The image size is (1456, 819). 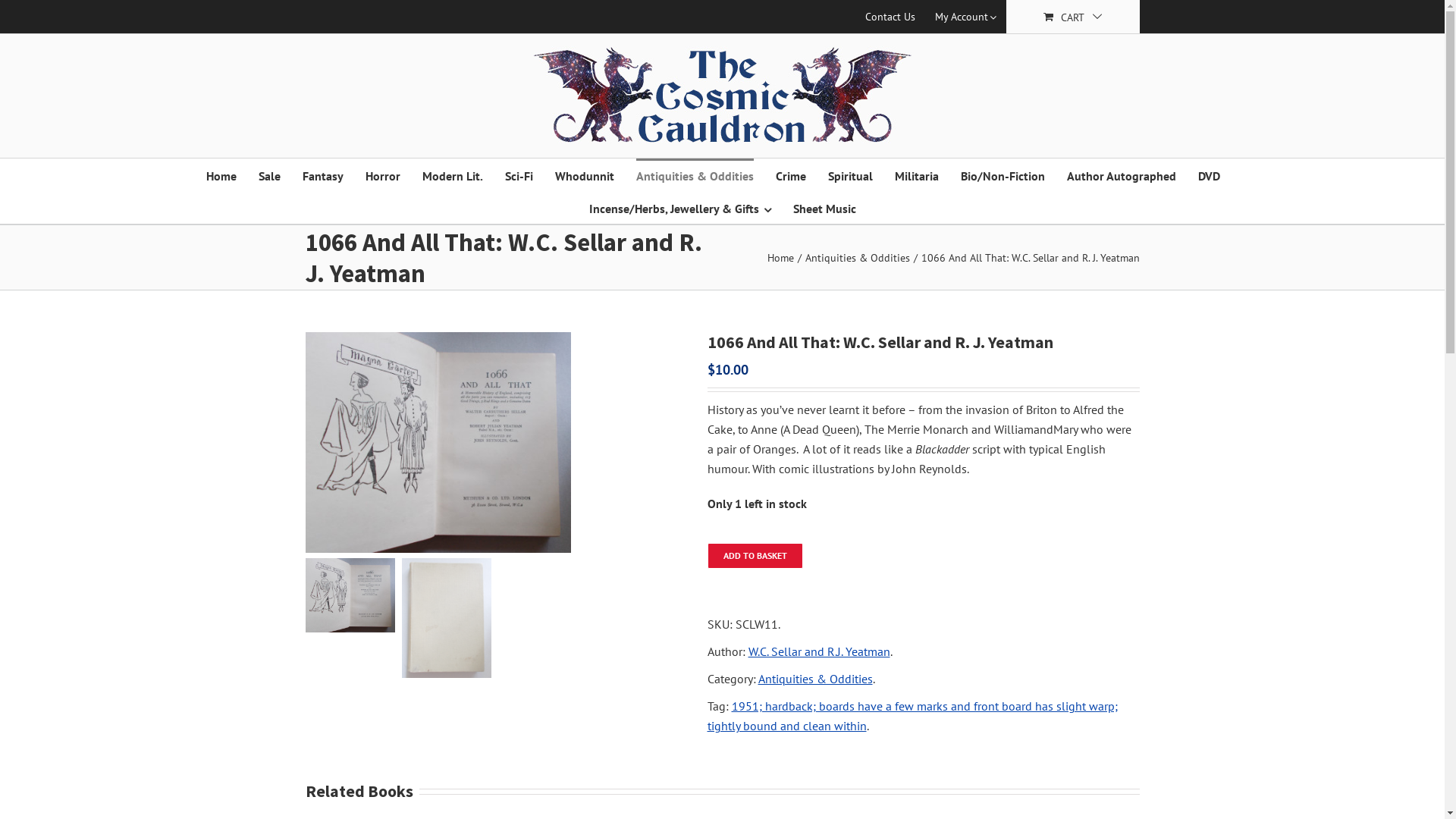 What do you see at coordinates (965, 17) in the screenshot?
I see `'My Account'` at bounding box center [965, 17].